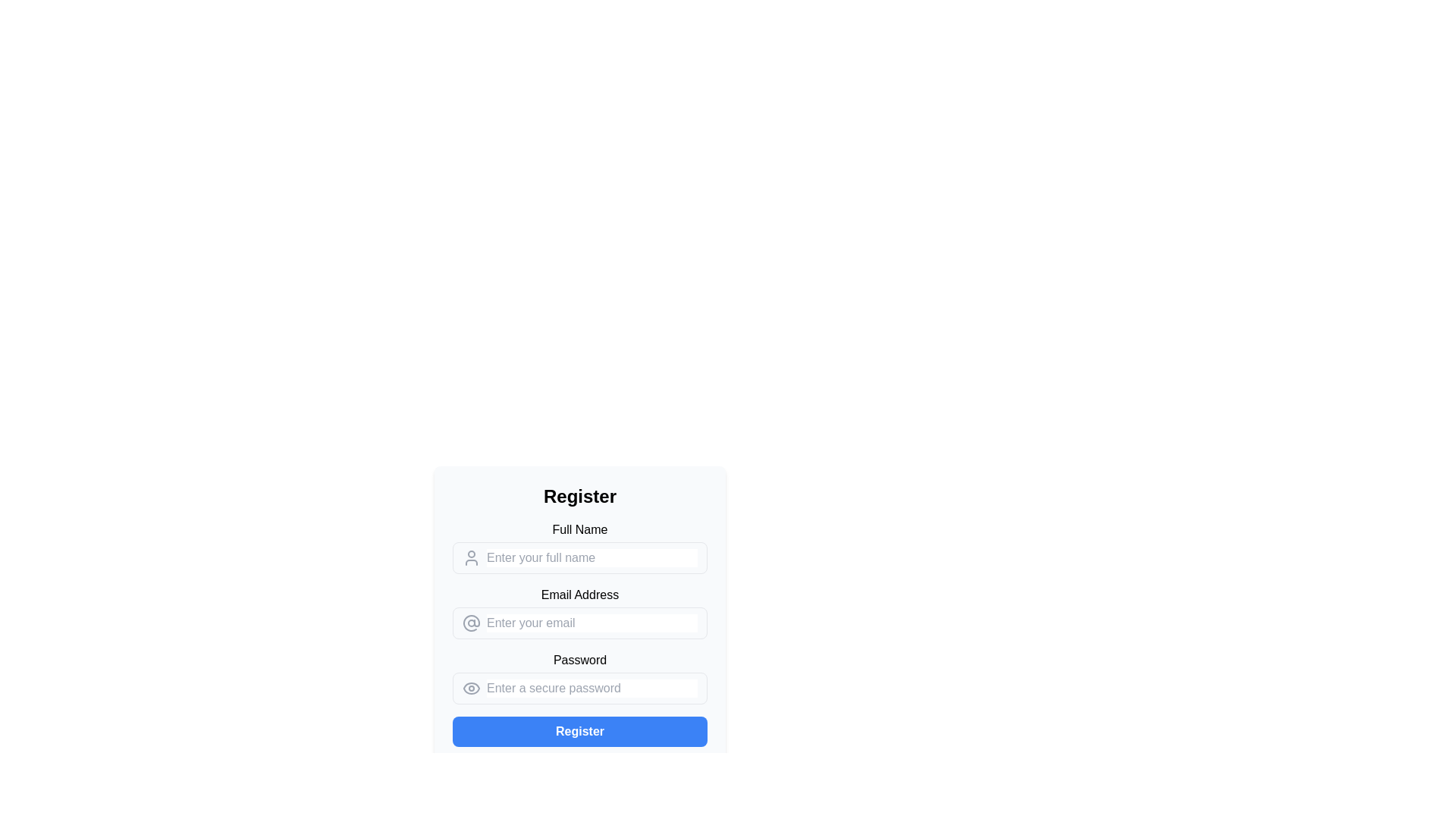 The image size is (1456, 819). I want to click on label text above the password input field to understand the input purpose, so click(579, 660).